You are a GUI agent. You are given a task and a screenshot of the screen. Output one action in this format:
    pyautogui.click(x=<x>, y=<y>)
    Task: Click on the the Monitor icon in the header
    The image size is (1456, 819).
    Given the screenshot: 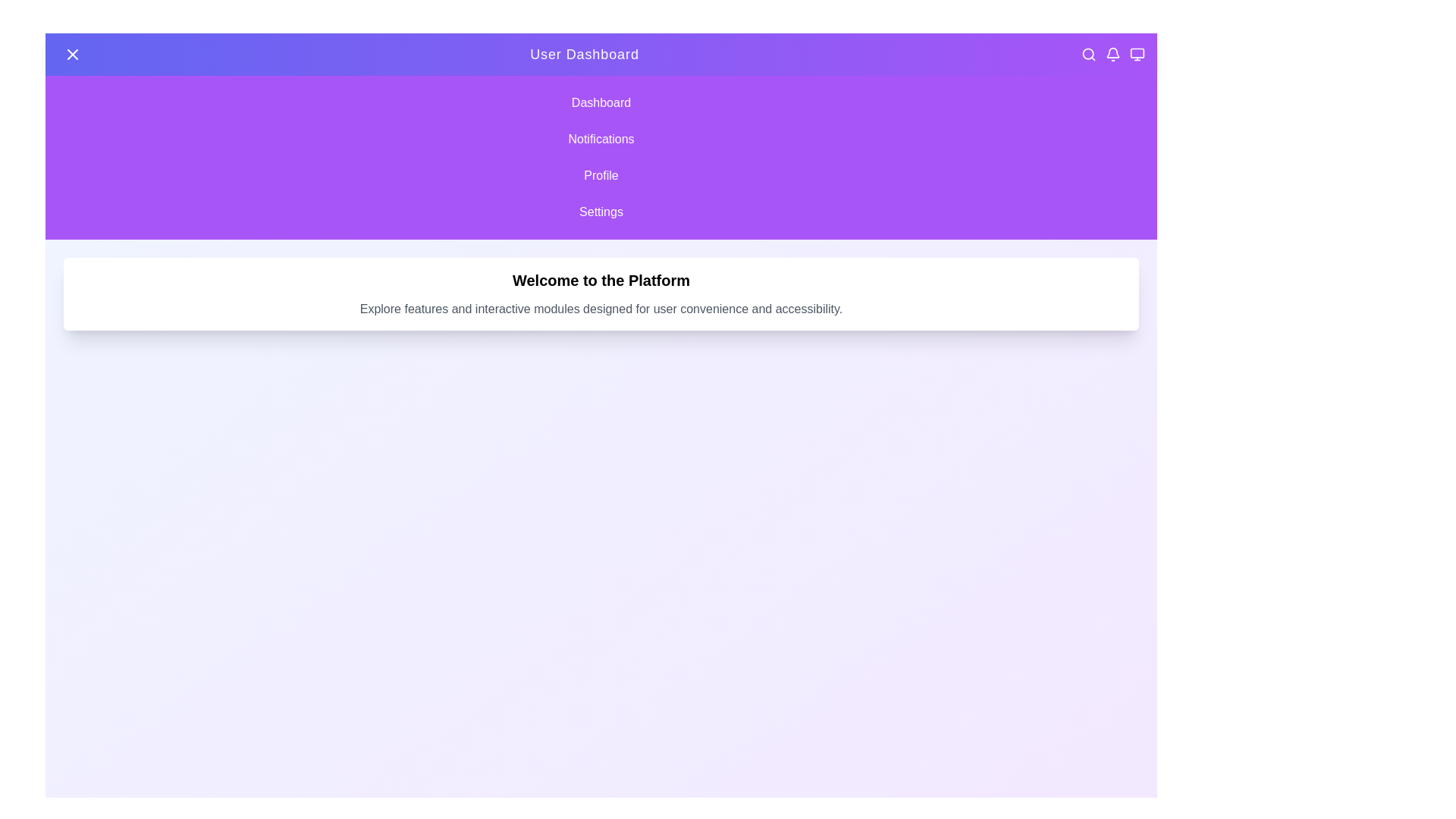 What is the action you would take?
    pyautogui.click(x=1137, y=54)
    